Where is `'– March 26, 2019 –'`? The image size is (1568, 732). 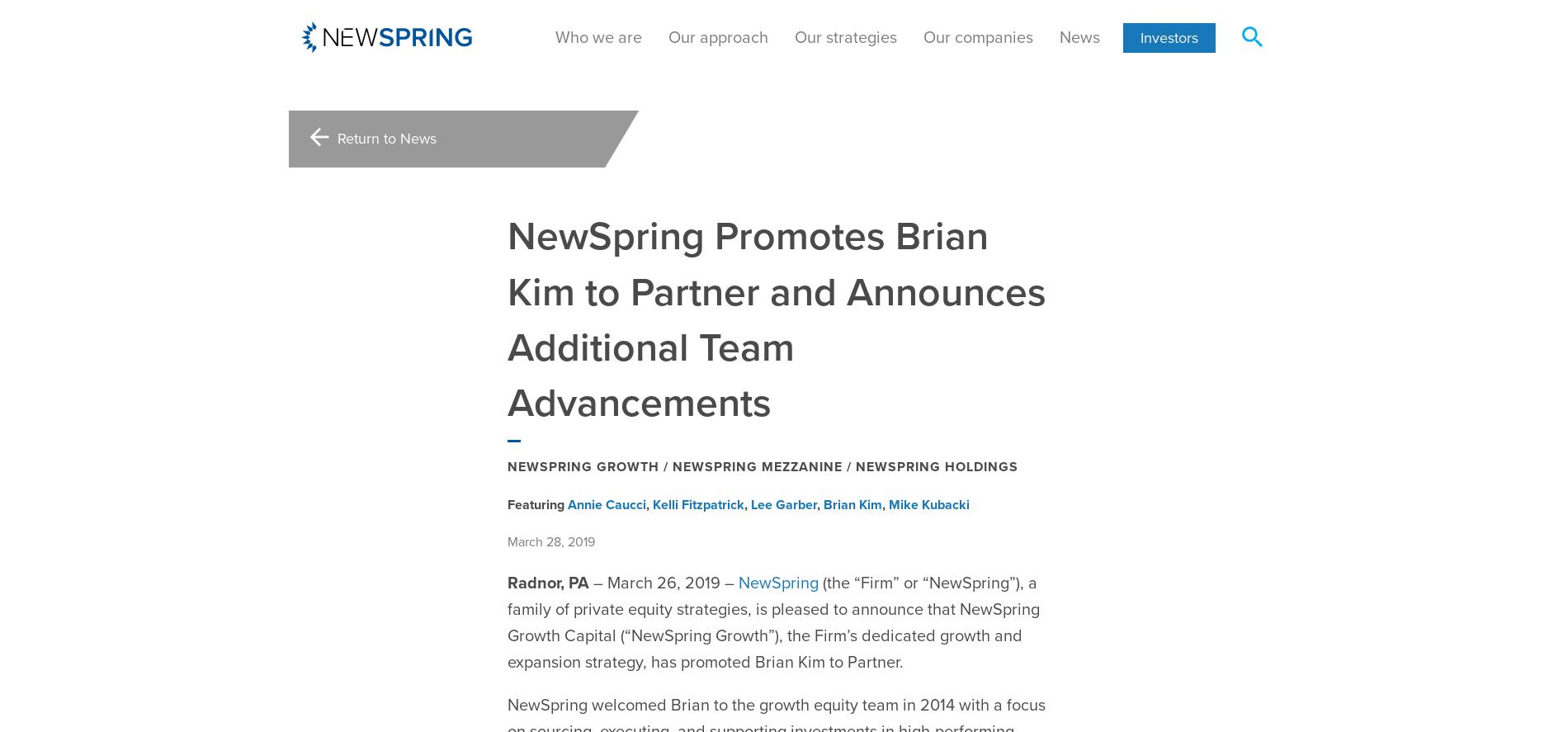 '– March 26, 2019 –' is located at coordinates (663, 541).